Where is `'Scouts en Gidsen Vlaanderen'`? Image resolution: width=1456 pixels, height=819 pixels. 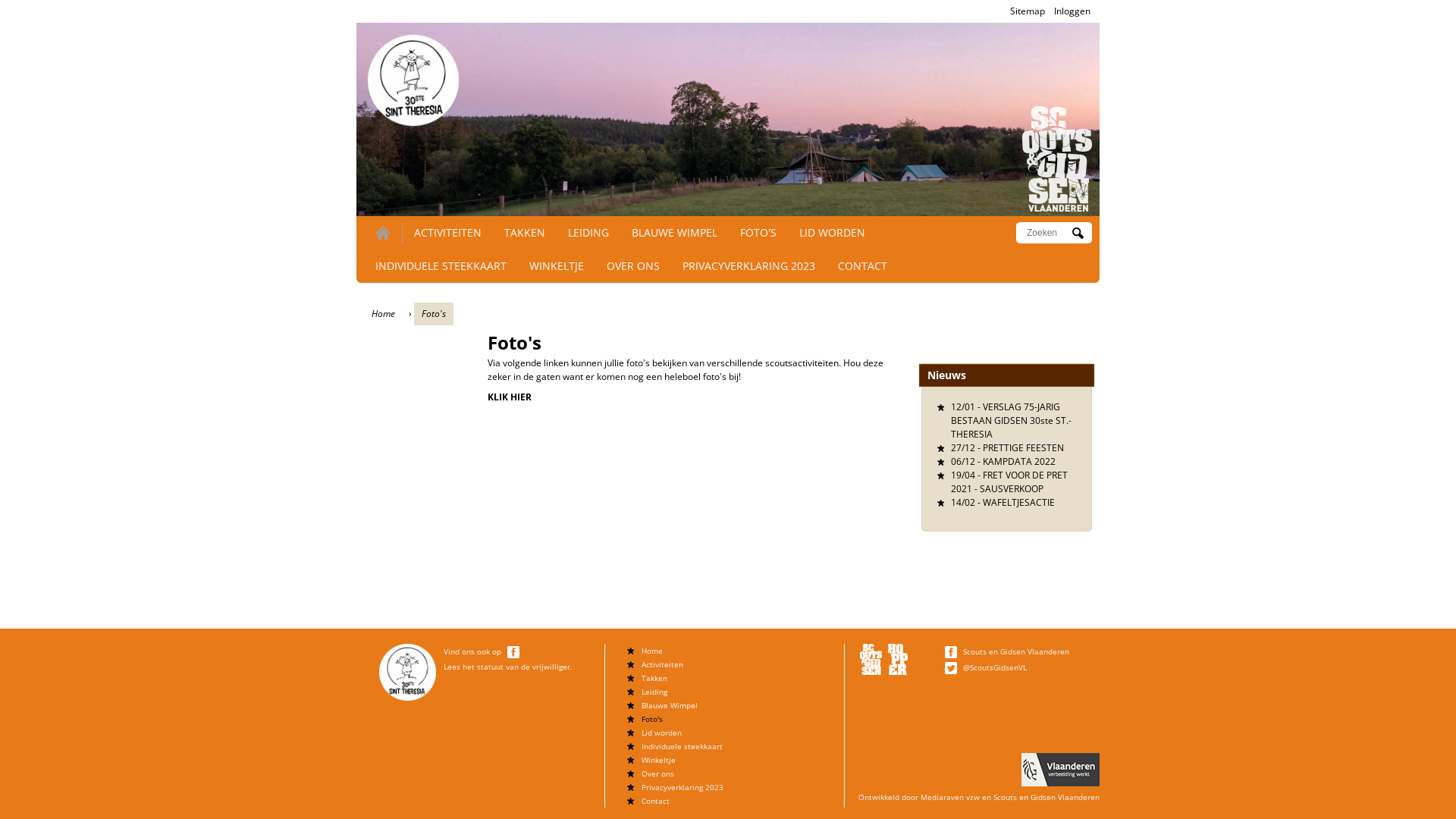
'Scouts en Gidsen Vlaanderen' is located at coordinates (1015, 651).